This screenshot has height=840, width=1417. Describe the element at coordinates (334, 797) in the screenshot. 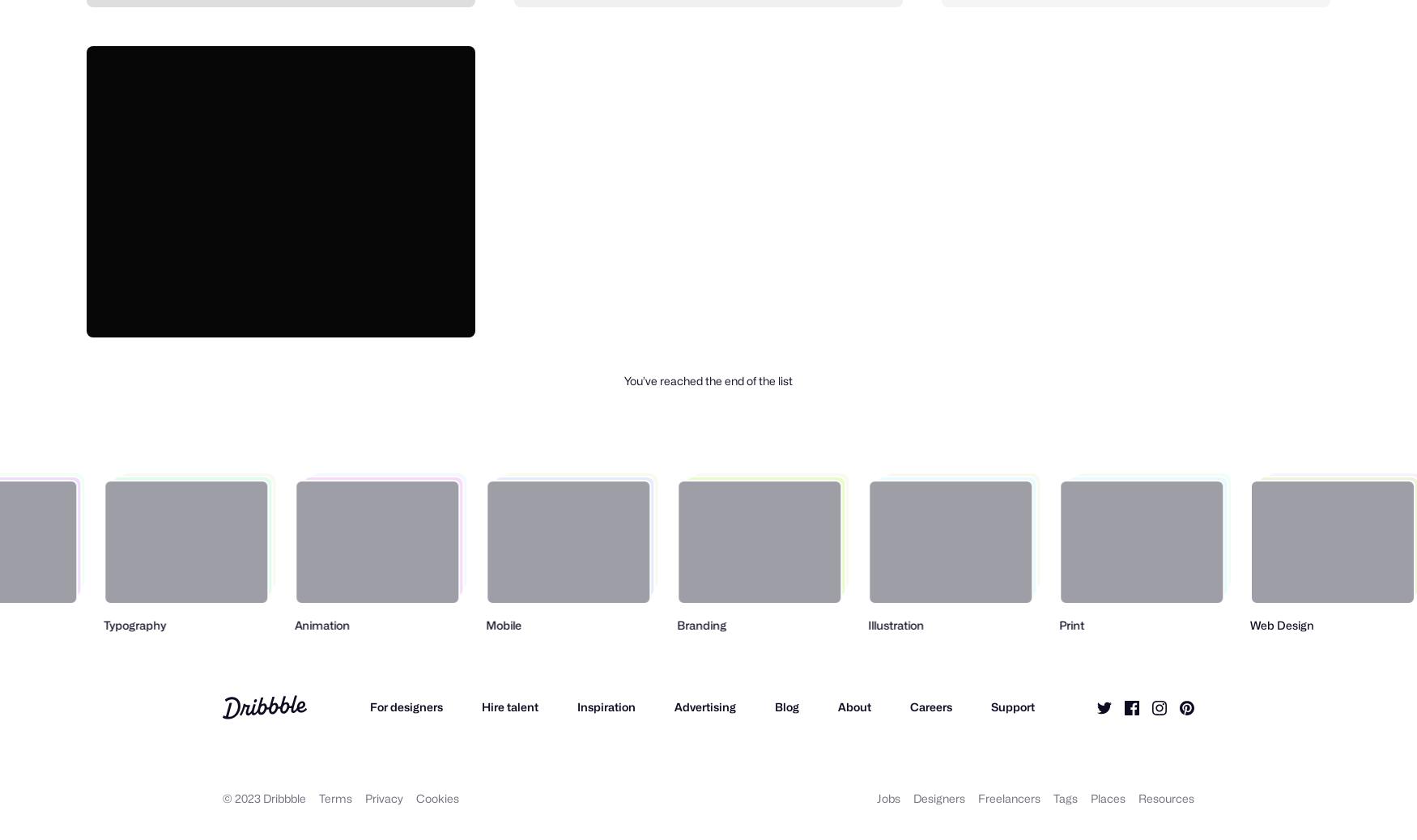

I see `'Terms'` at that location.